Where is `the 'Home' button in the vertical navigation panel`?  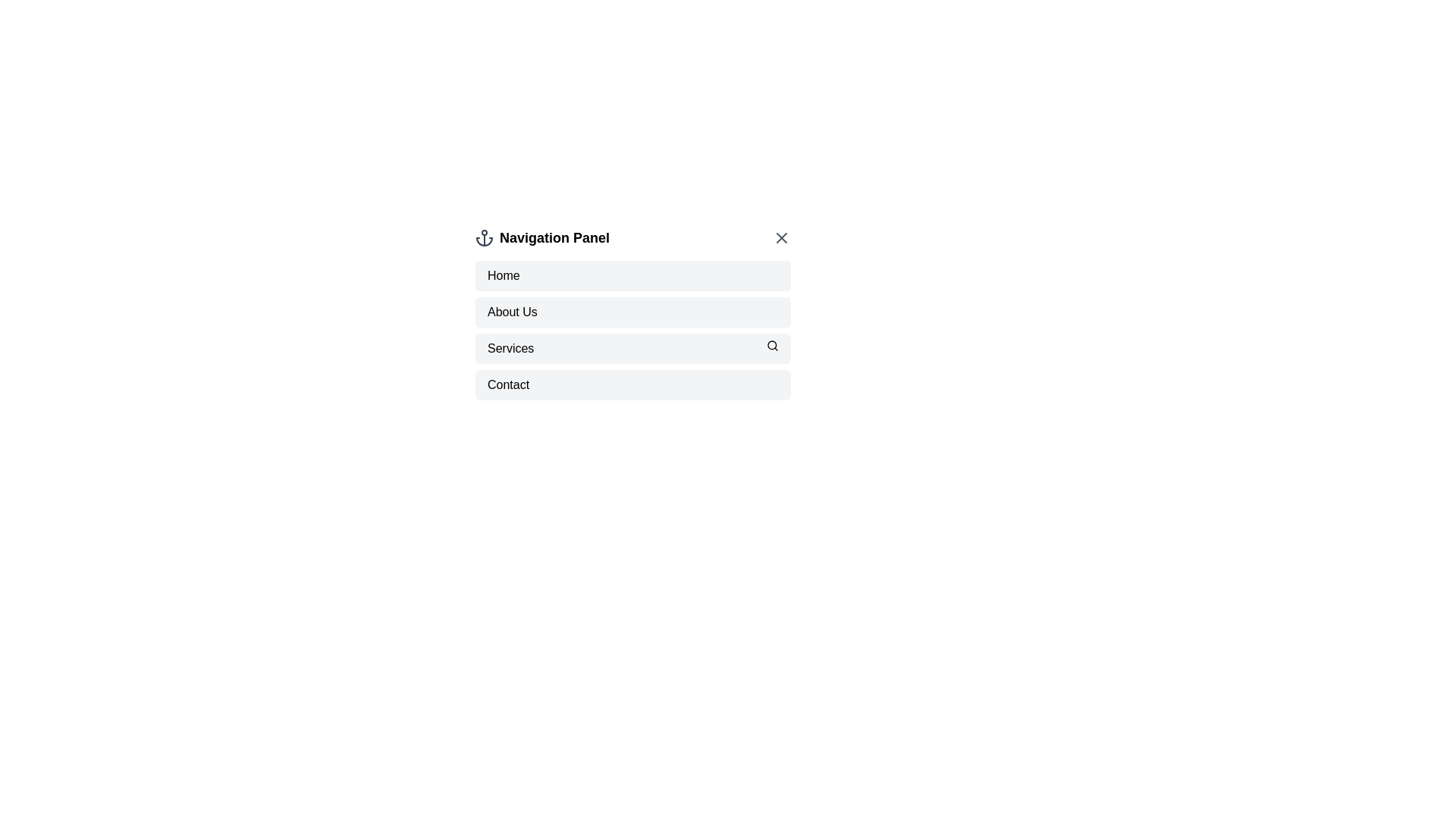
the 'Home' button in the vertical navigation panel is located at coordinates (633, 275).